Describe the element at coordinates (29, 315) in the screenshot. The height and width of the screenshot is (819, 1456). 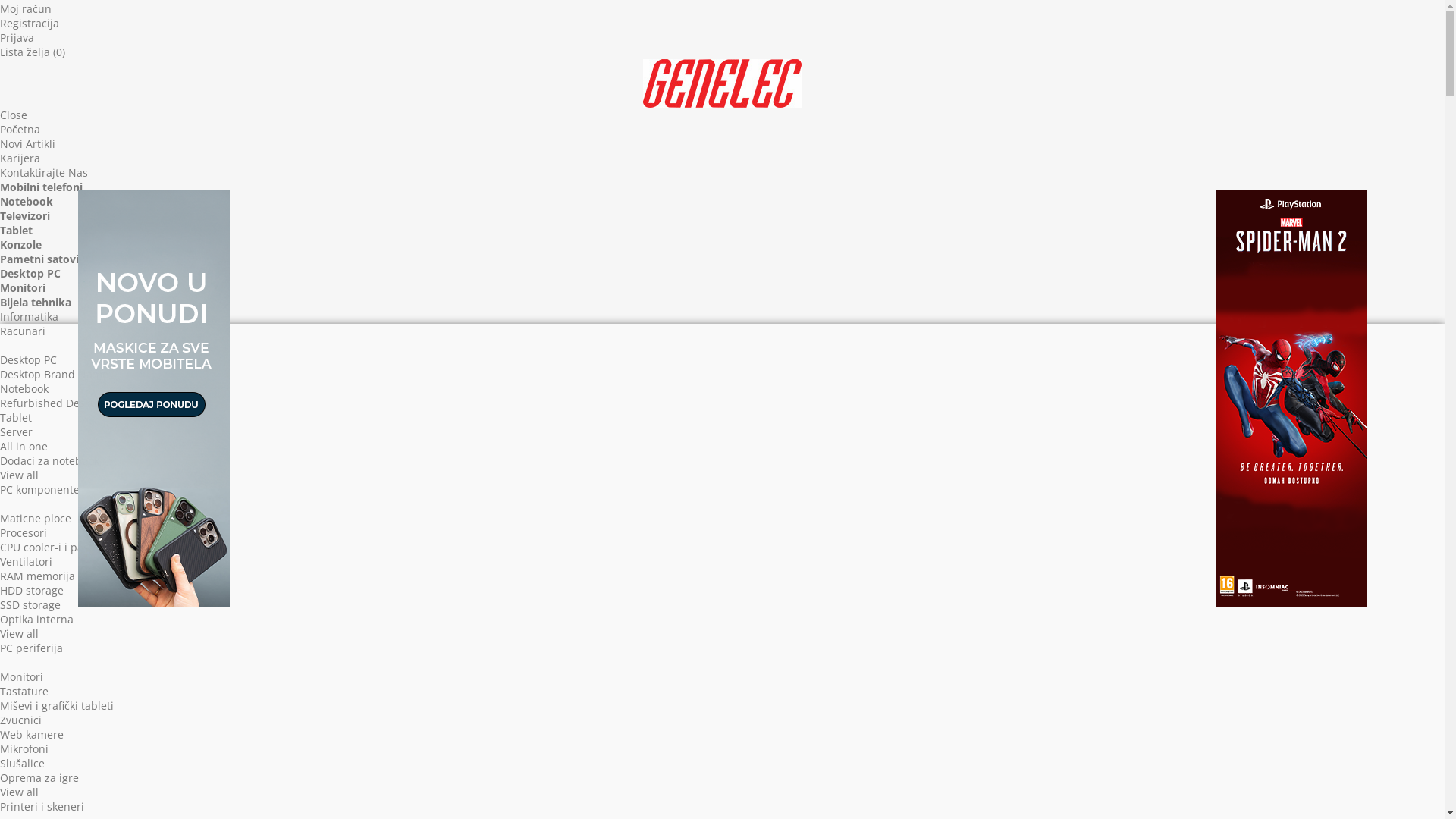
I see `'Informatika'` at that location.